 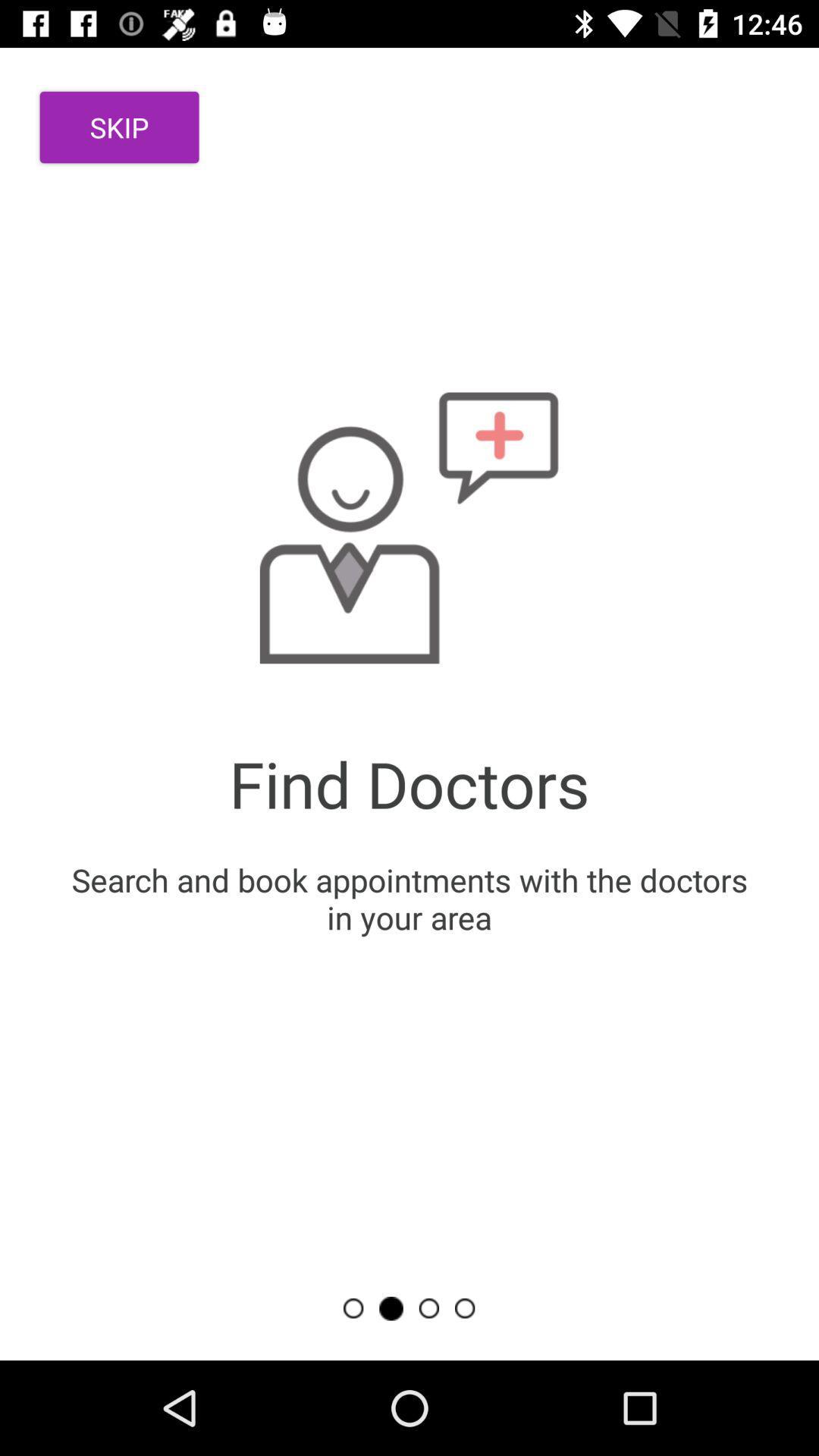 What do you see at coordinates (118, 127) in the screenshot?
I see `item above search and book icon` at bounding box center [118, 127].